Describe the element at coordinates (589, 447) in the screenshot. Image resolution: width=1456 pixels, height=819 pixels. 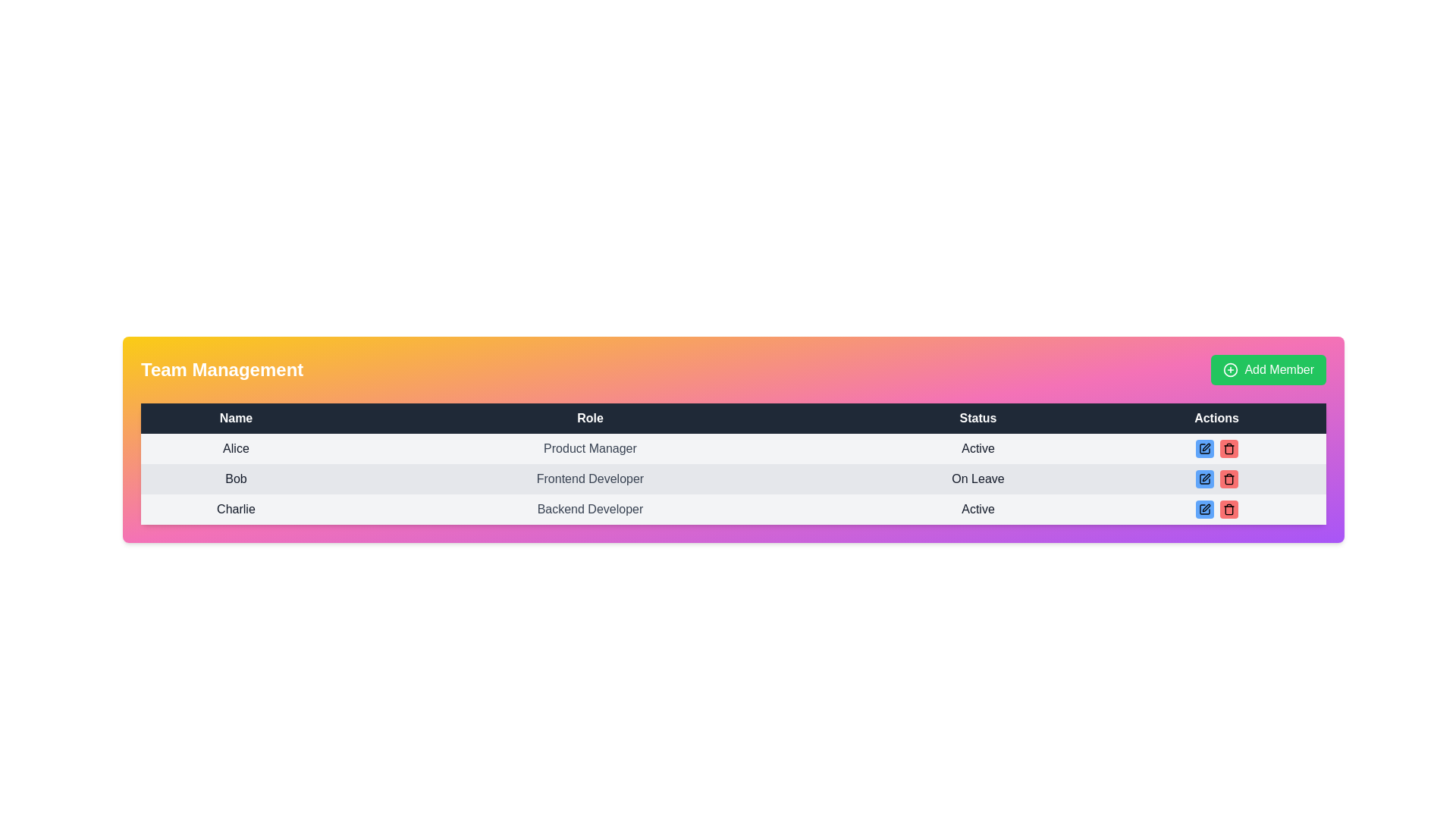
I see `the text element displaying the job role of 'Alice' in the user management table, located in the second column under the 'Role' header` at that location.